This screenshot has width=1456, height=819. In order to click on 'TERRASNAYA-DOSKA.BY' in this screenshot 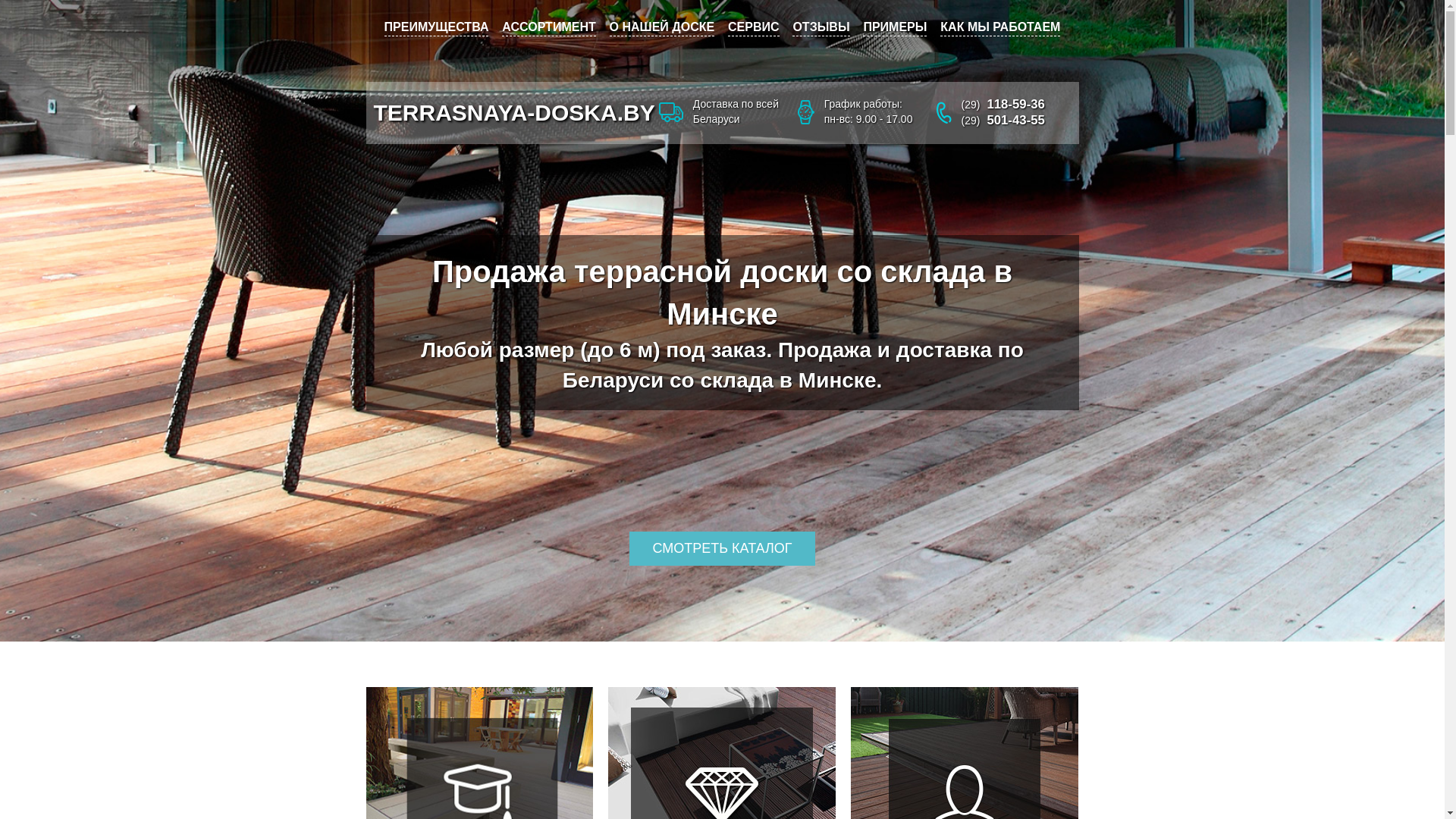, I will do `click(513, 111)`.